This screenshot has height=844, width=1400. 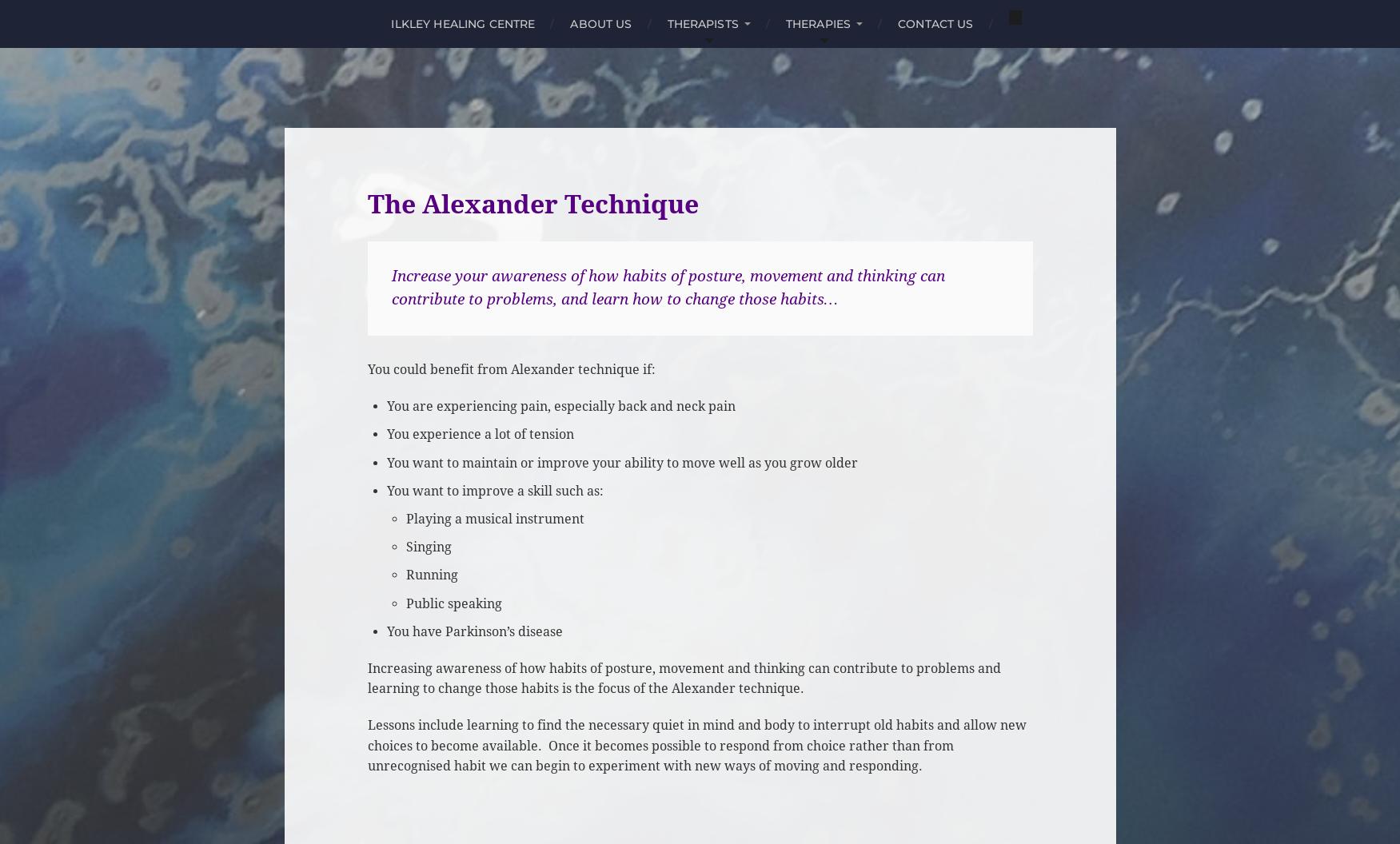 I want to click on 'You could benefit from Alexander technique if:', so click(x=509, y=368).